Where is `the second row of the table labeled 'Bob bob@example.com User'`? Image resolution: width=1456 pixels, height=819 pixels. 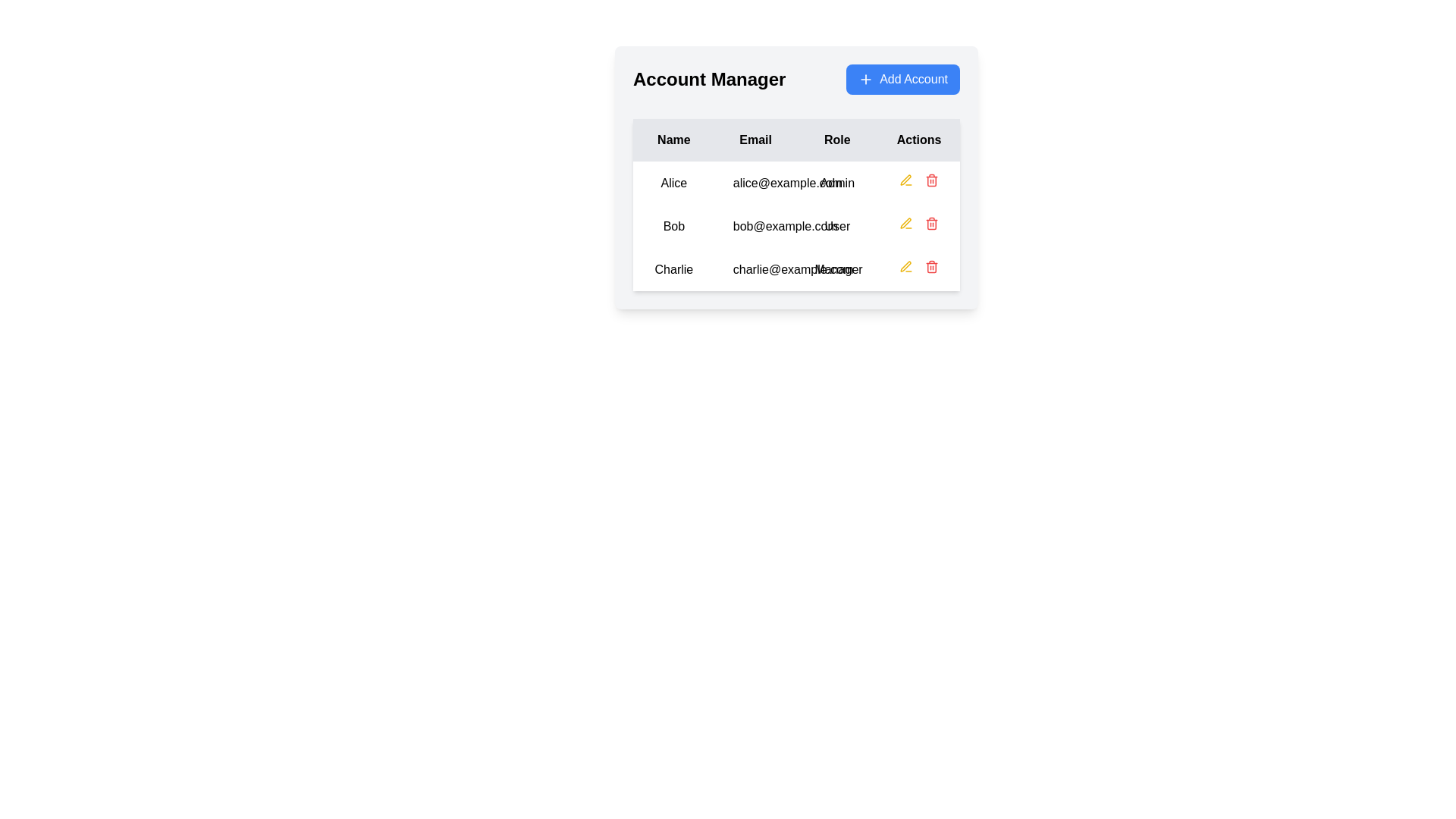
the second row of the table labeled 'Bob bob@example.com User' is located at coordinates (795, 226).